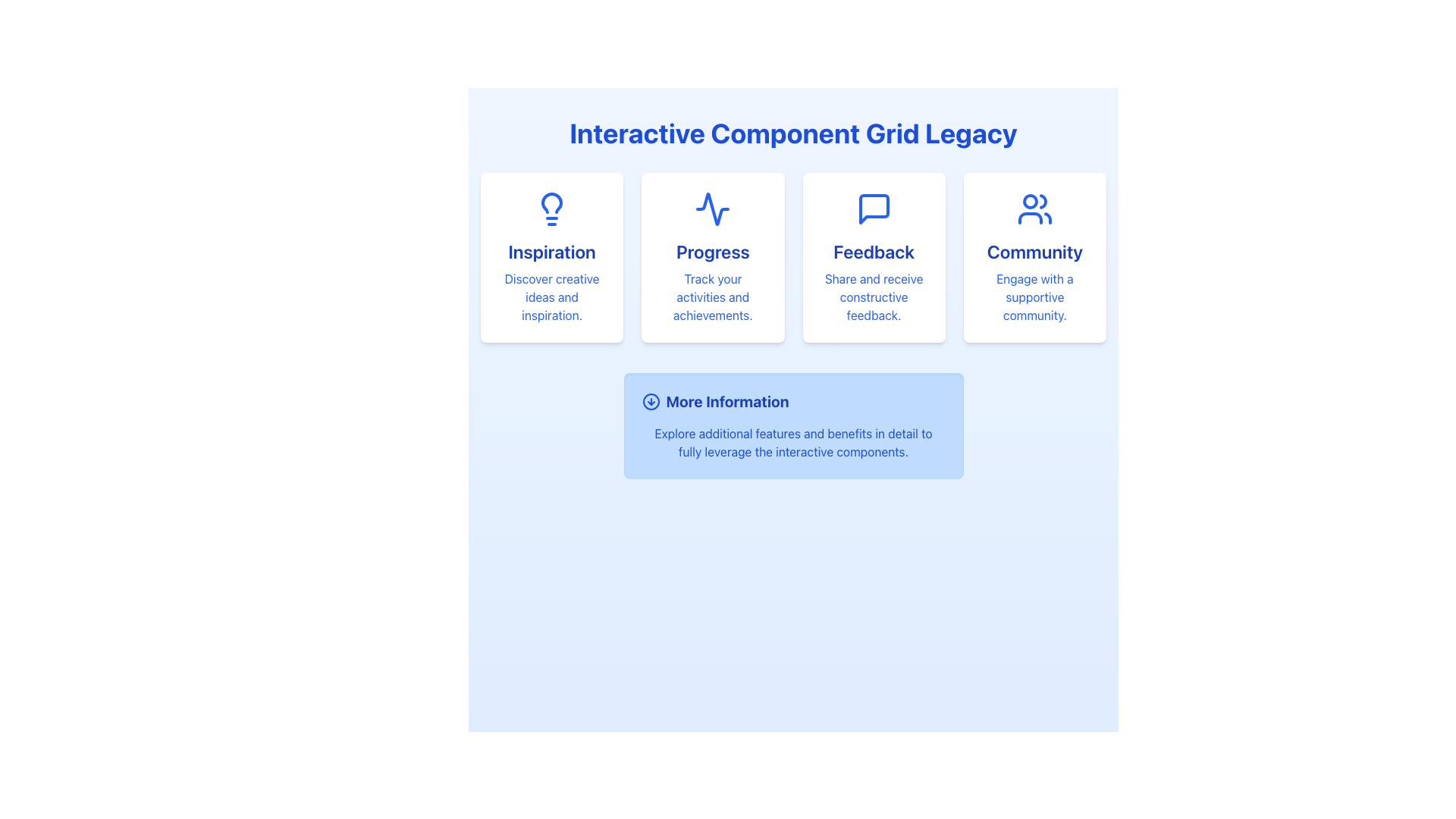  I want to click on text 'Inspiration' displayed in a bold, large blue font, which is positioned in the top-left card of a four-card grid, above the descriptive text, so click(551, 250).